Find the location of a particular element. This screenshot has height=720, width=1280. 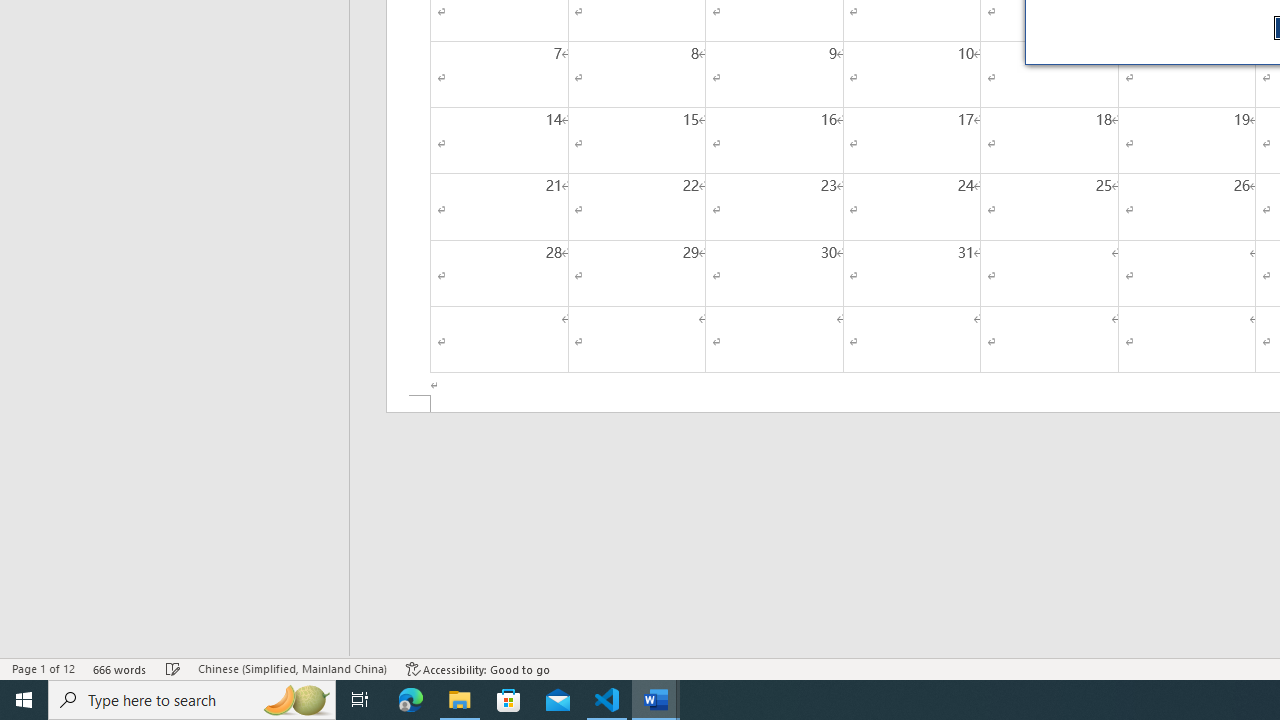

'Type here to search' is located at coordinates (192, 698).